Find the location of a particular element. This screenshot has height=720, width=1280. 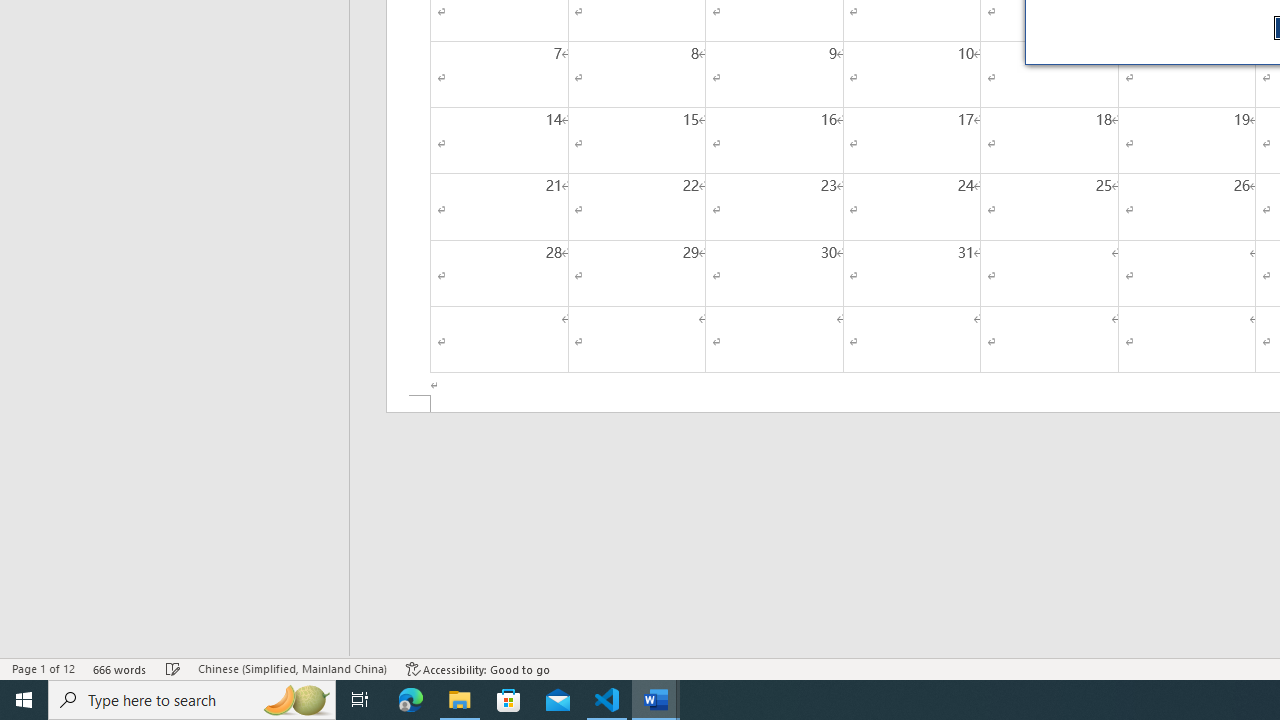

'Type here to search' is located at coordinates (192, 698).